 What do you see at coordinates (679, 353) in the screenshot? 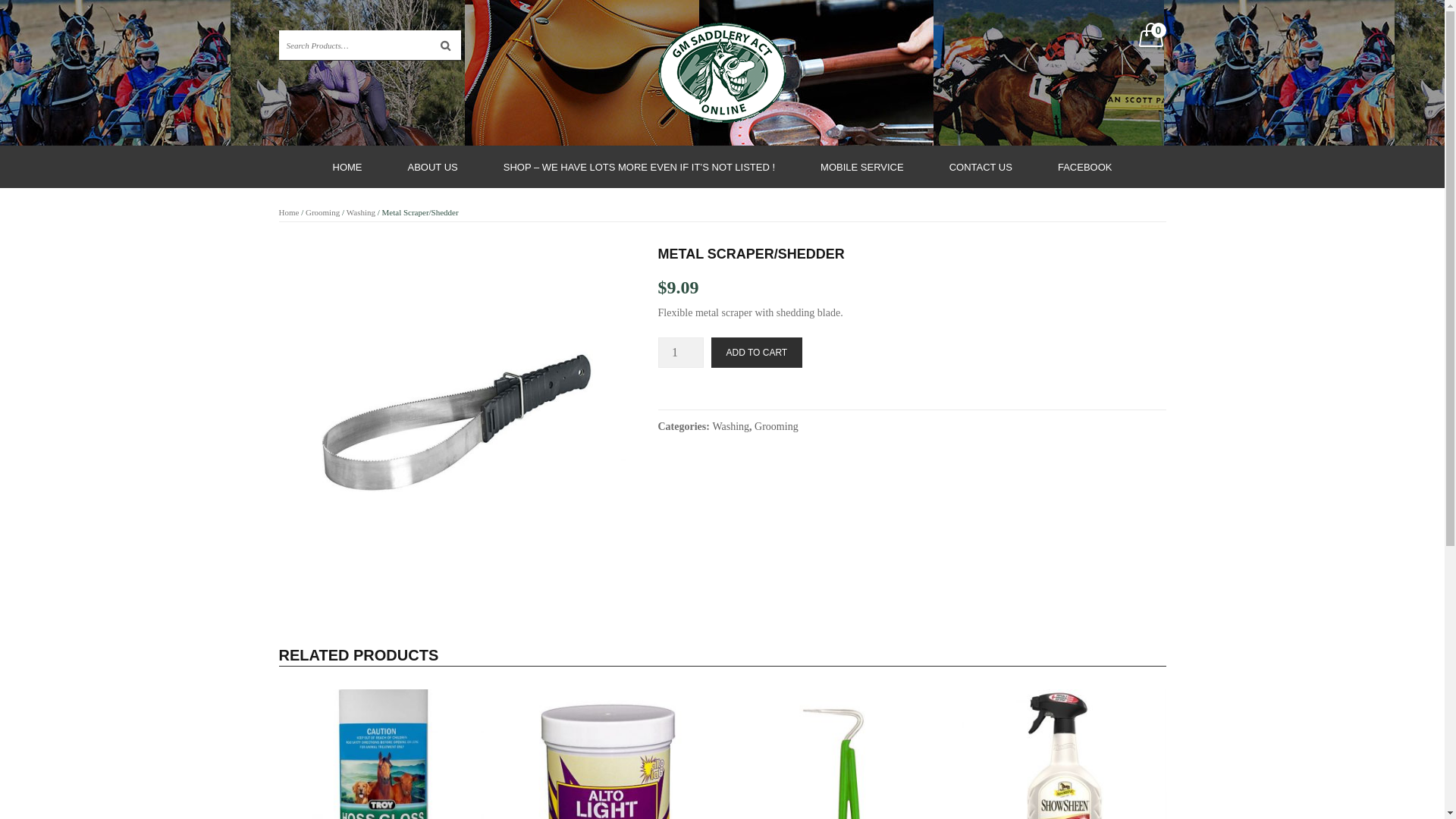
I see `'Qty'` at bounding box center [679, 353].